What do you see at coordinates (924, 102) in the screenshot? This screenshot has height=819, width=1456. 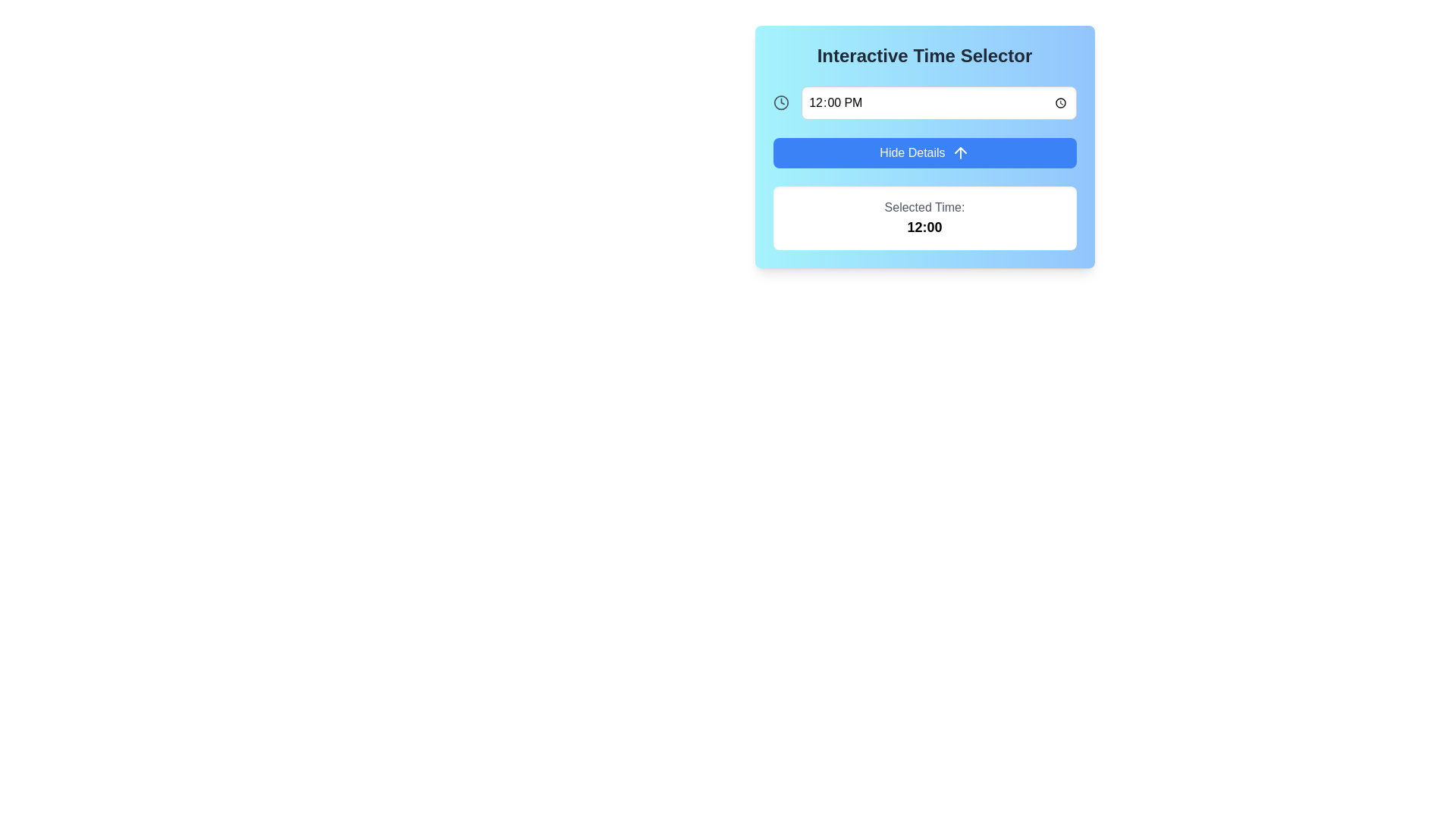 I see `the Time input field located in the 'Interactive Time Selector' panel to set or edit the time` at bounding box center [924, 102].